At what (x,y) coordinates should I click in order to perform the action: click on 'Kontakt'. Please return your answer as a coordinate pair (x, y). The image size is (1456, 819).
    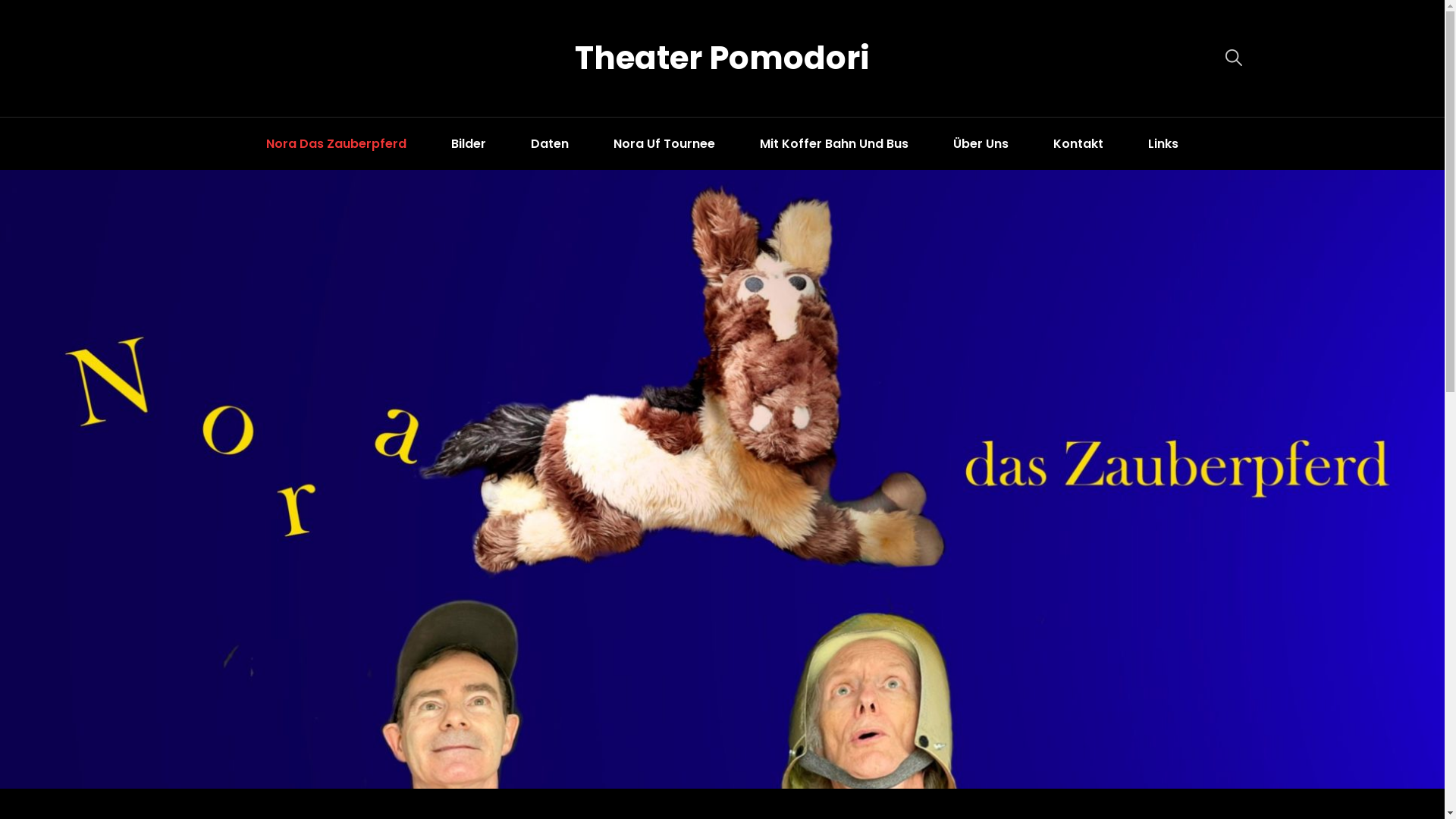
    Looking at the image, I should click on (1077, 143).